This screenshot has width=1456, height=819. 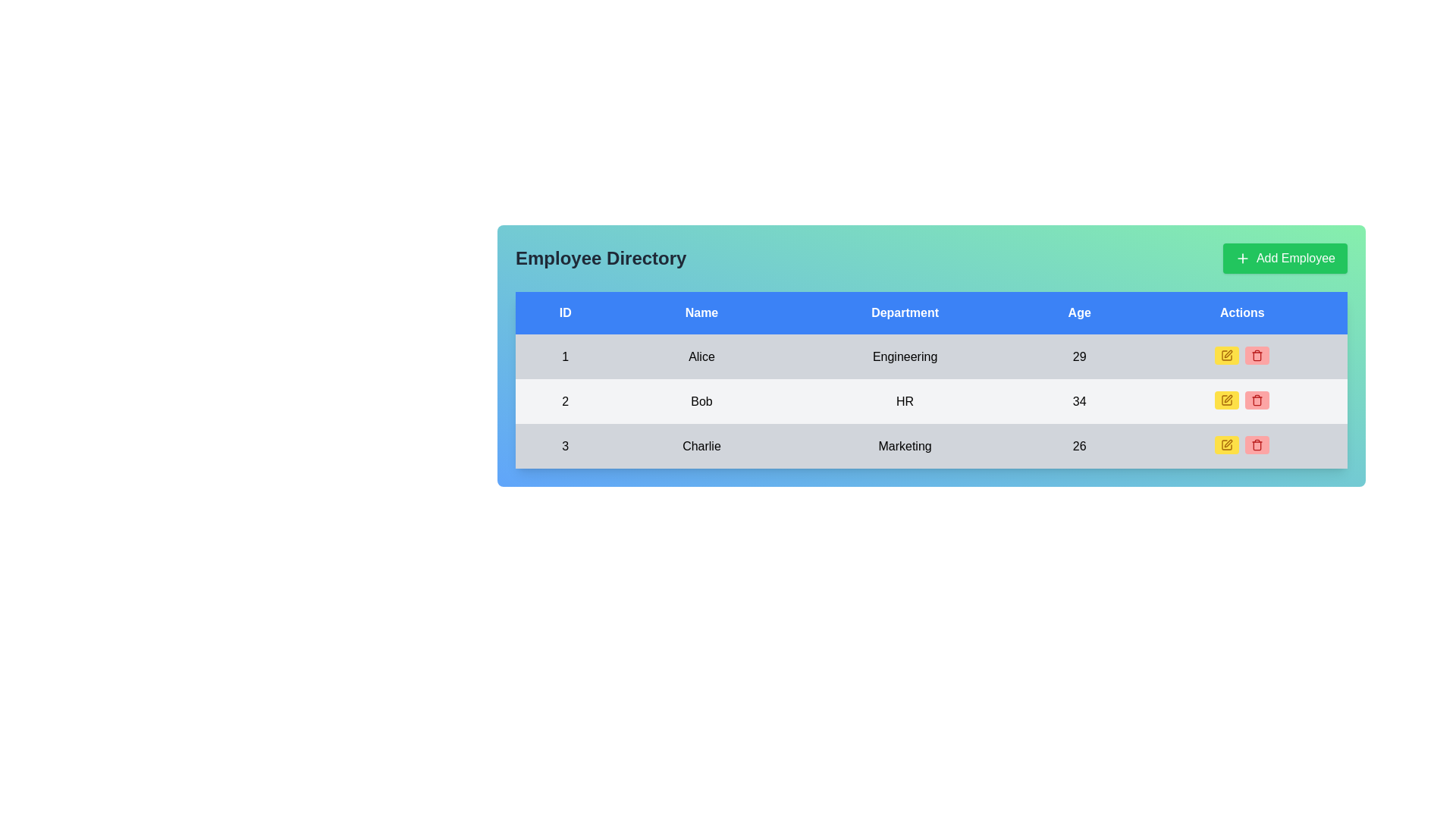 I want to click on the yellow button with a pen icon in the first row of the employee table to initiate the edit action, so click(x=1227, y=356).